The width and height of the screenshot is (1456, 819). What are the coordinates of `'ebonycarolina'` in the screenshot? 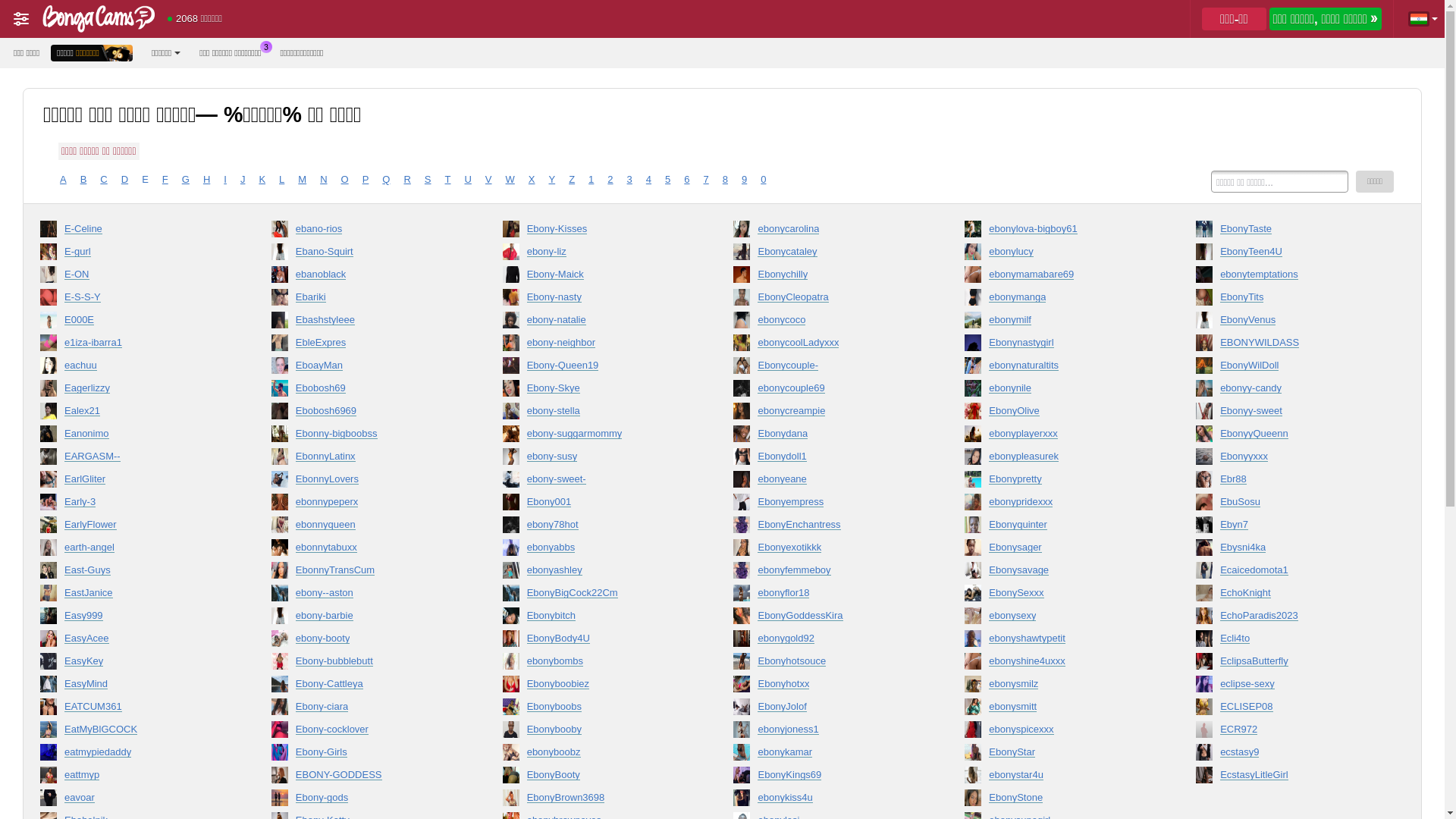 It's located at (826, 231).